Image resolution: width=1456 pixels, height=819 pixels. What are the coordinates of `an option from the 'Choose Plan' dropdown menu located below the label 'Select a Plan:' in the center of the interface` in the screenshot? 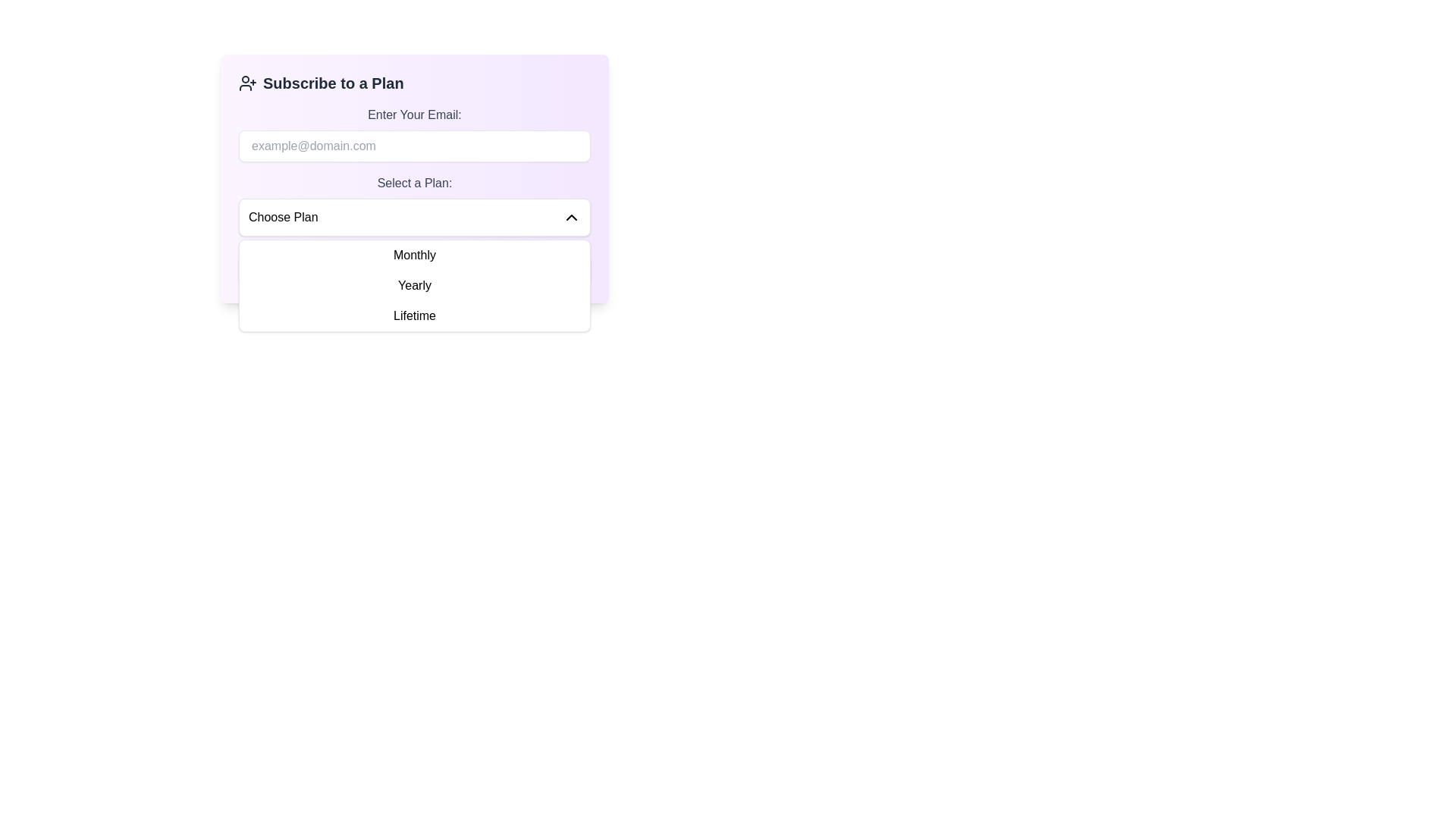 It's located at (415, 217).